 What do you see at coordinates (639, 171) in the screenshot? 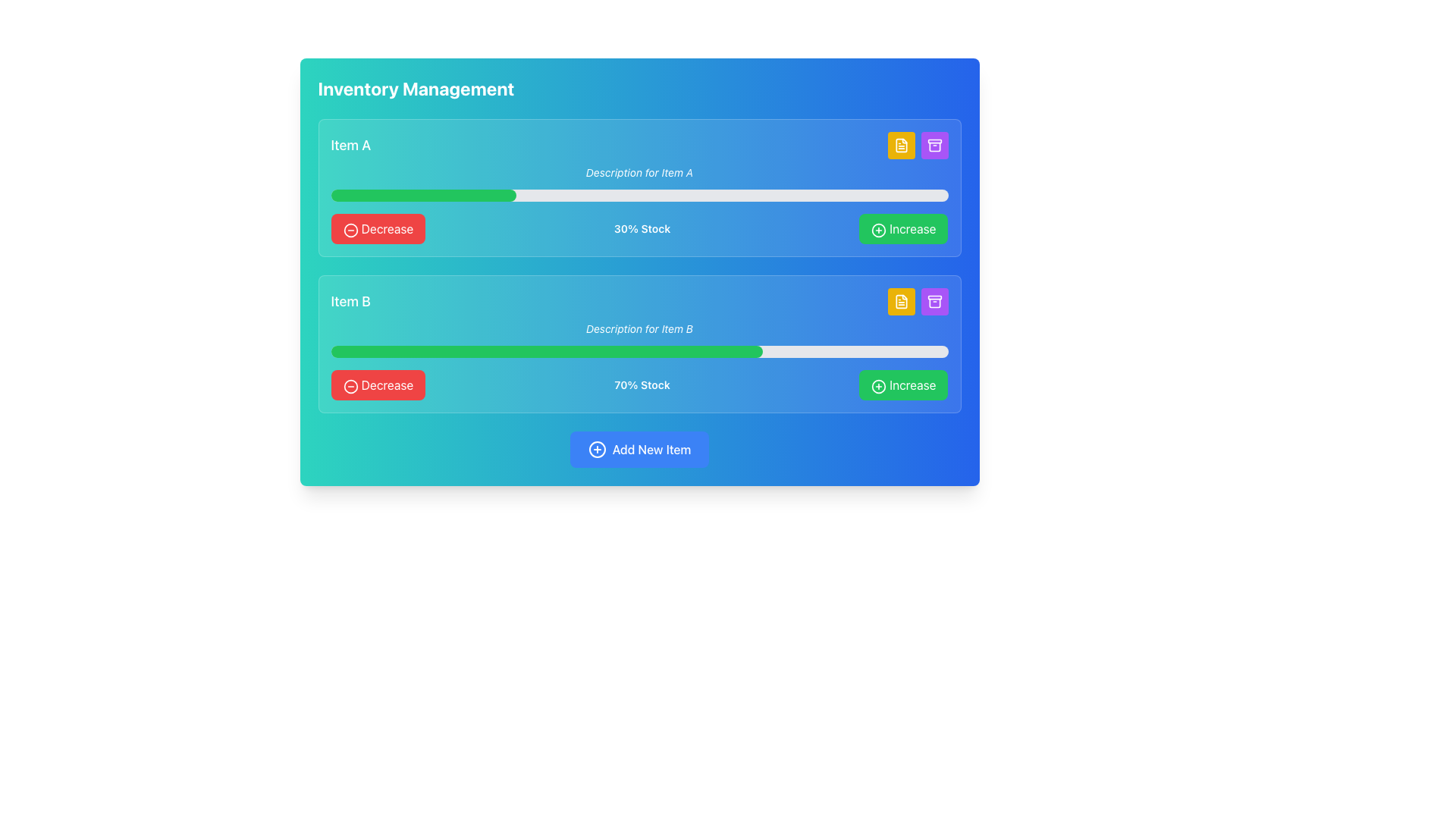
I see `italicized text label that displays 'Description for Item A', which is positioned below the heading 'Item A'` at bounding box center [639, 171].